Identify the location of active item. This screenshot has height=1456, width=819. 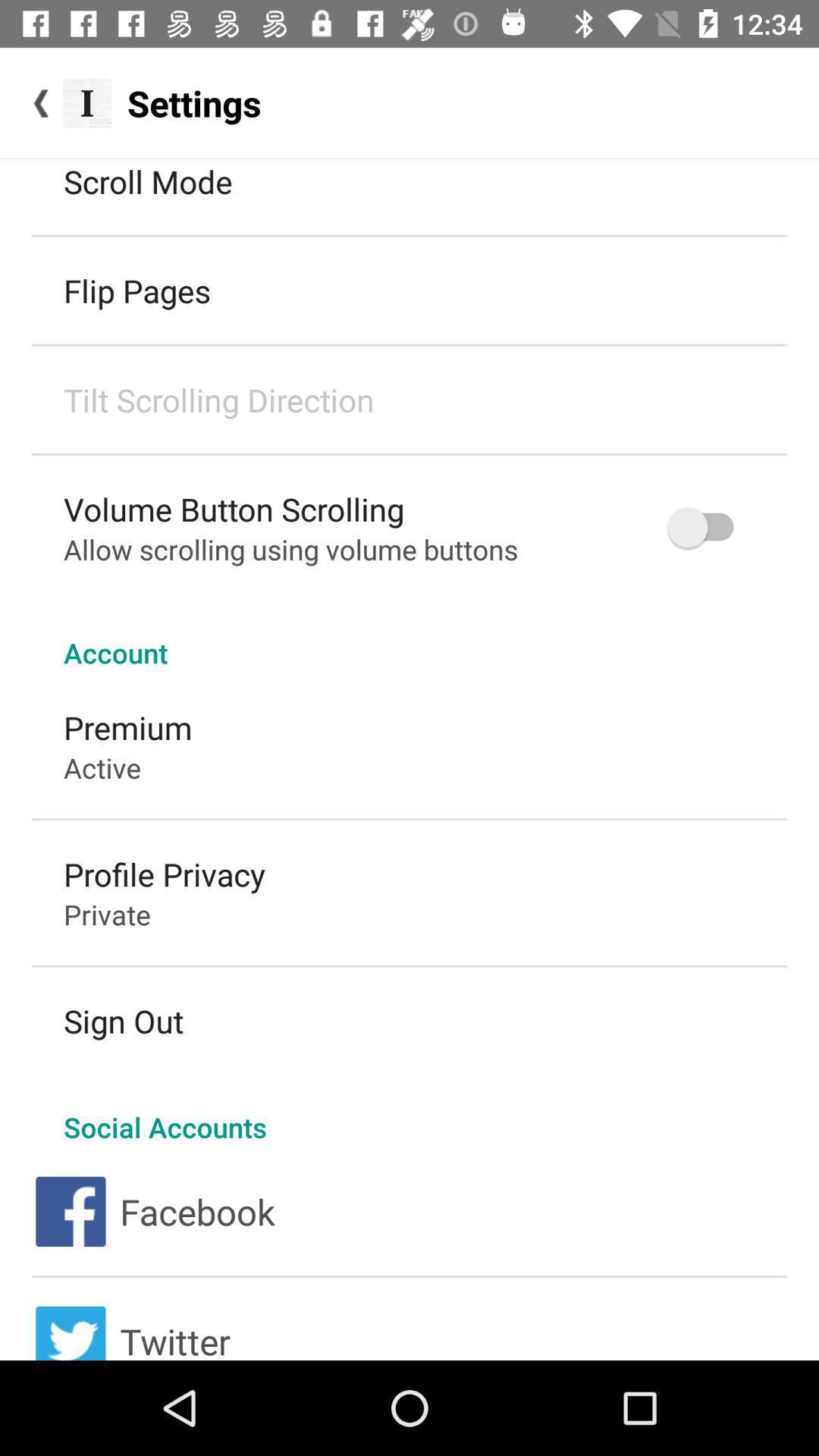
(102, 767).